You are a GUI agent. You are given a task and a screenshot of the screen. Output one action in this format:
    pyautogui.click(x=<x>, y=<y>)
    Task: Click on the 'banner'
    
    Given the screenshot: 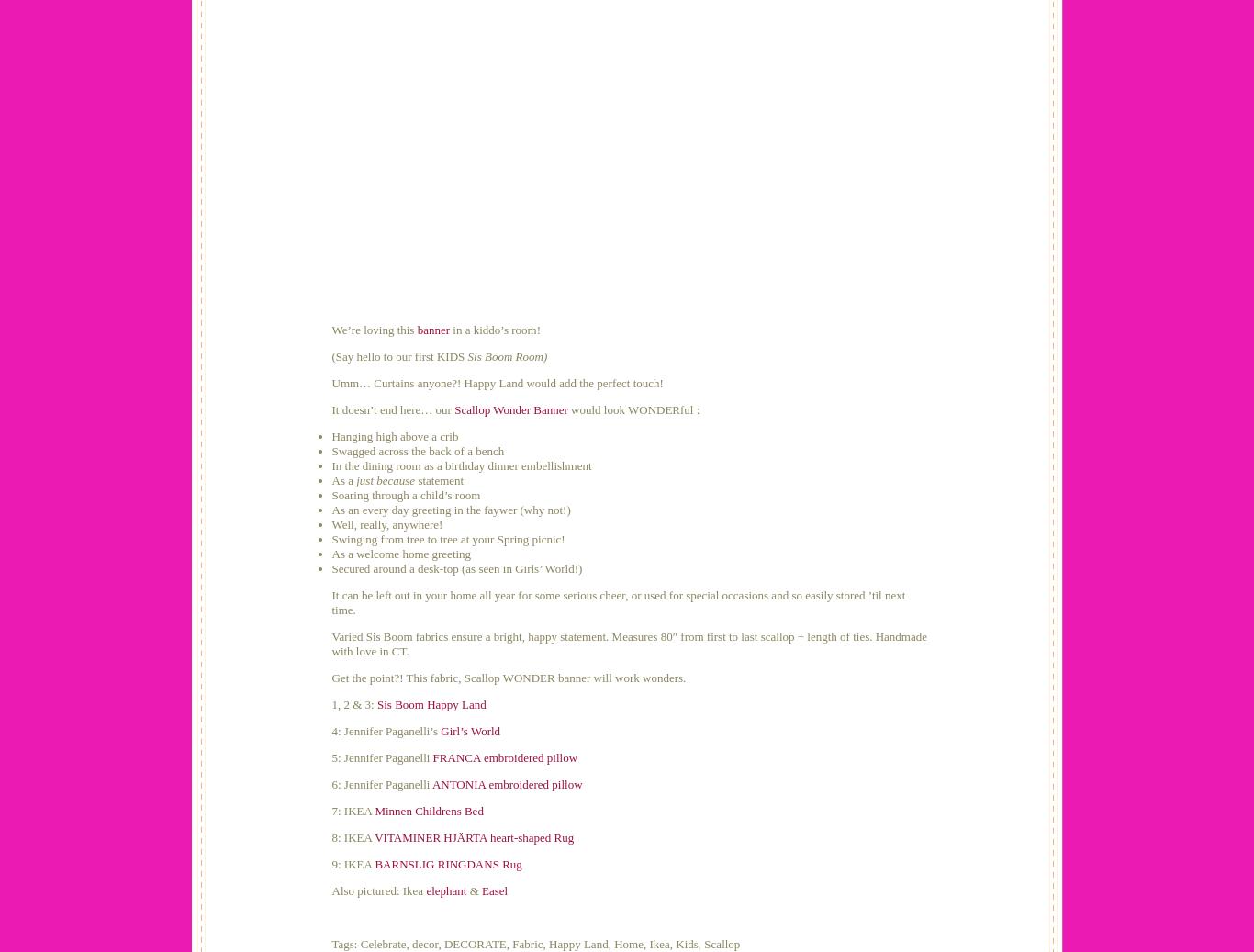 What is the action you would take?
    pyautogui.click(x=432, y=329)
    